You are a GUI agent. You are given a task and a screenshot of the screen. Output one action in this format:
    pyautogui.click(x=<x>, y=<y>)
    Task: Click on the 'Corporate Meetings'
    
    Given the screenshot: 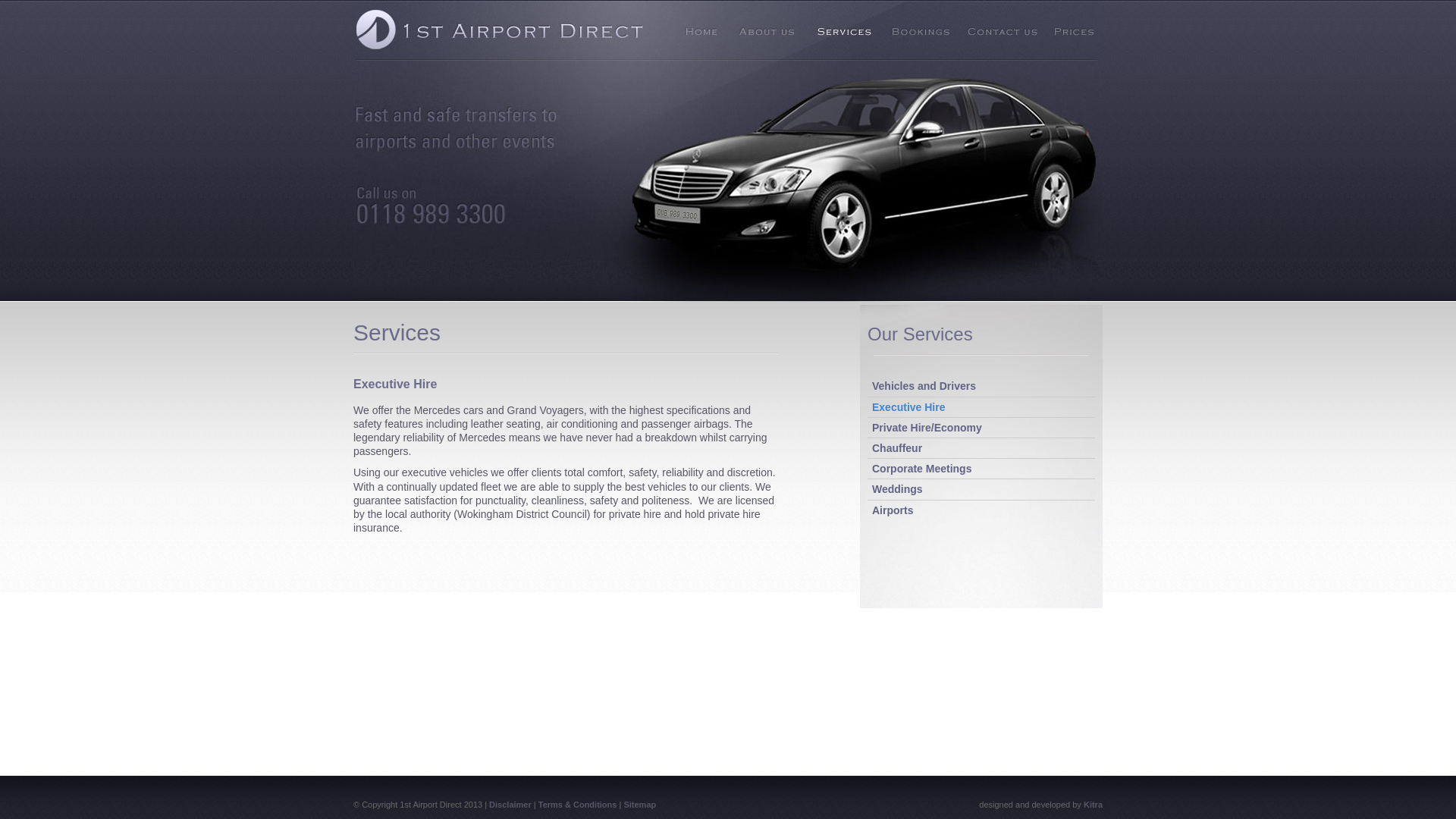 What is the action you would take?
    pyautogui.click(x=921, y=467)
    